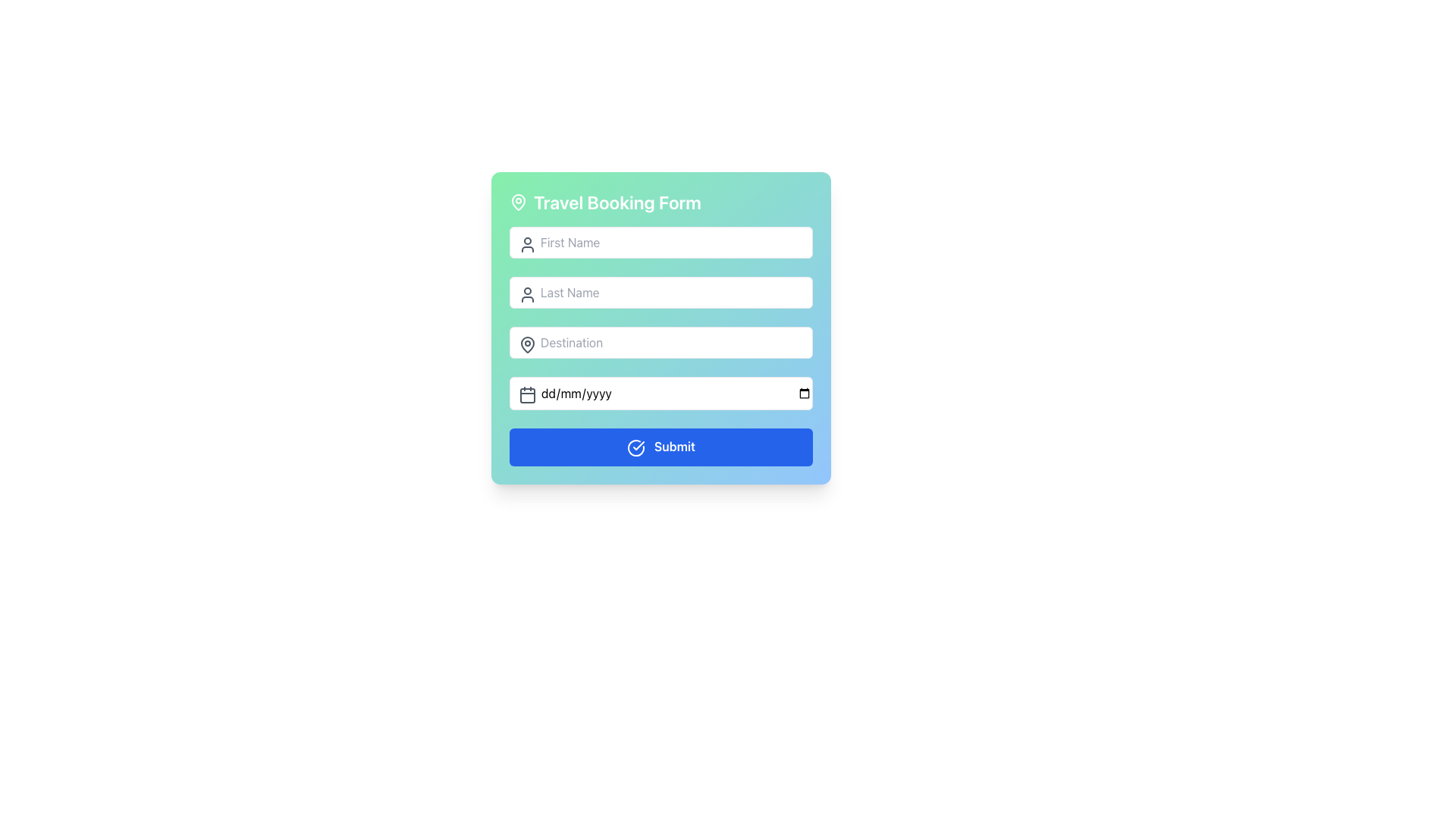 The height and width of the screenshot is (819, 1456). What do you see at coordinates (528, 394) in the screenshot?
I see `the decorative date selection icon located to the left of the date input field, which is aligned with the placeholder text 'dd/mm/yyyy' in the fourth input row of the form` at bounding box center [528, 394].